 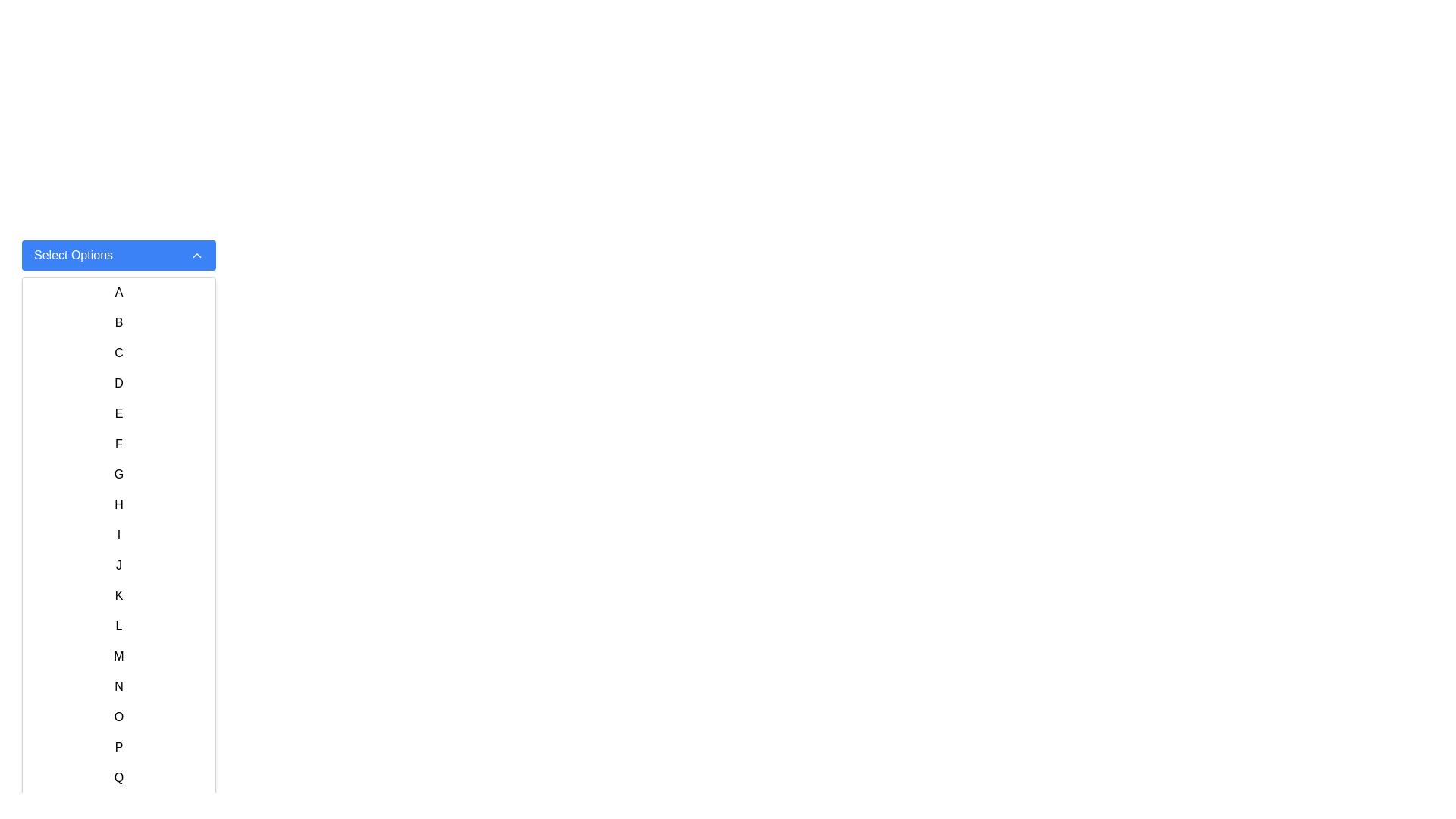 What do you see at coordinates (72, 254) in the screenshot?
I see `the text label in the interactive button or dropdown trigger located on the left side of the bar, which prompts the user to select from a list of options` at bounding box center [72, 254].